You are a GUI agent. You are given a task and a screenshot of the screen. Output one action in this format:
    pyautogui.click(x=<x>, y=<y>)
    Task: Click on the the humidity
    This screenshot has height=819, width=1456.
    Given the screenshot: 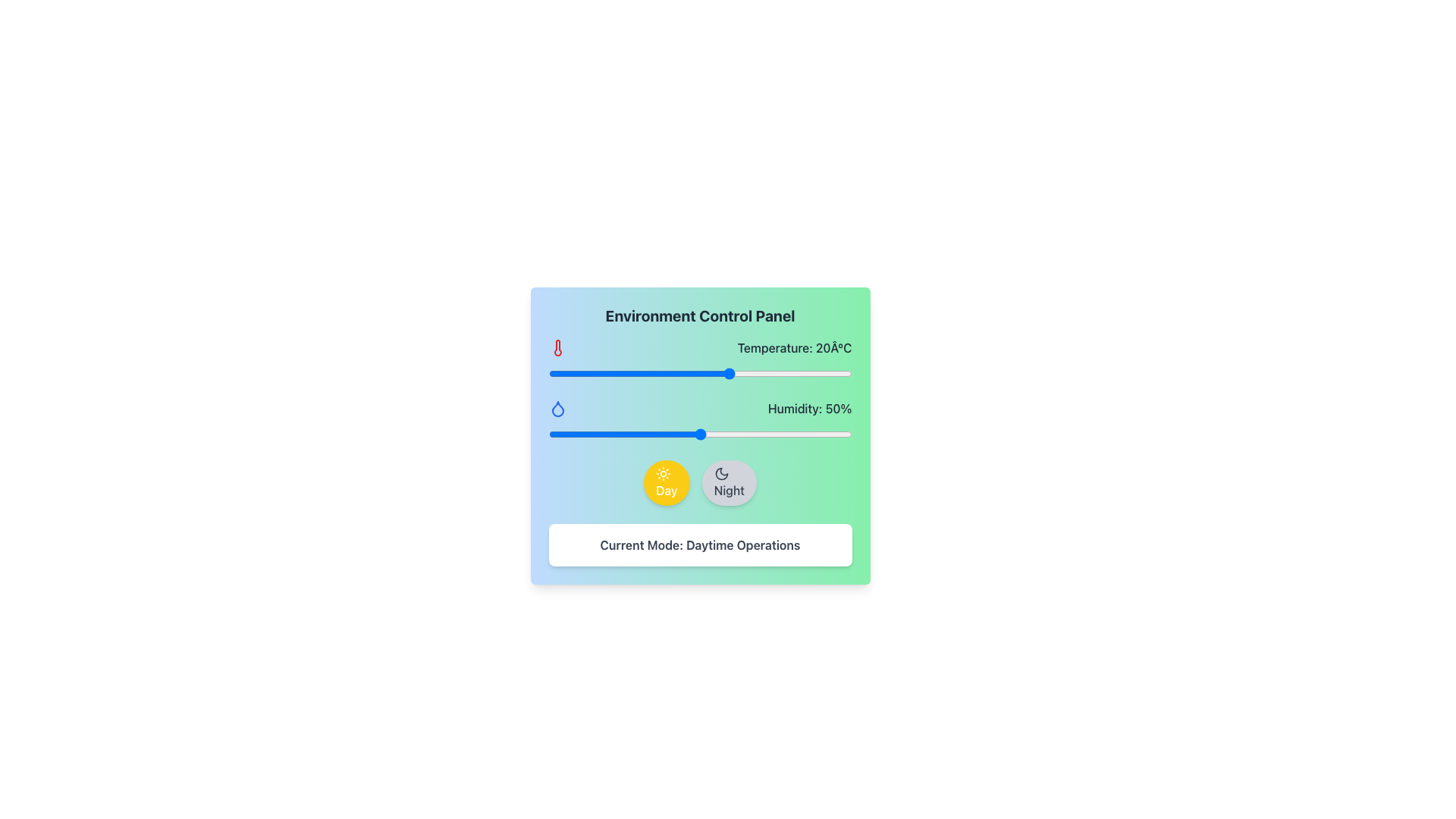 What is the action you would take?
    pyautogui.click(x=667, y=435)
    